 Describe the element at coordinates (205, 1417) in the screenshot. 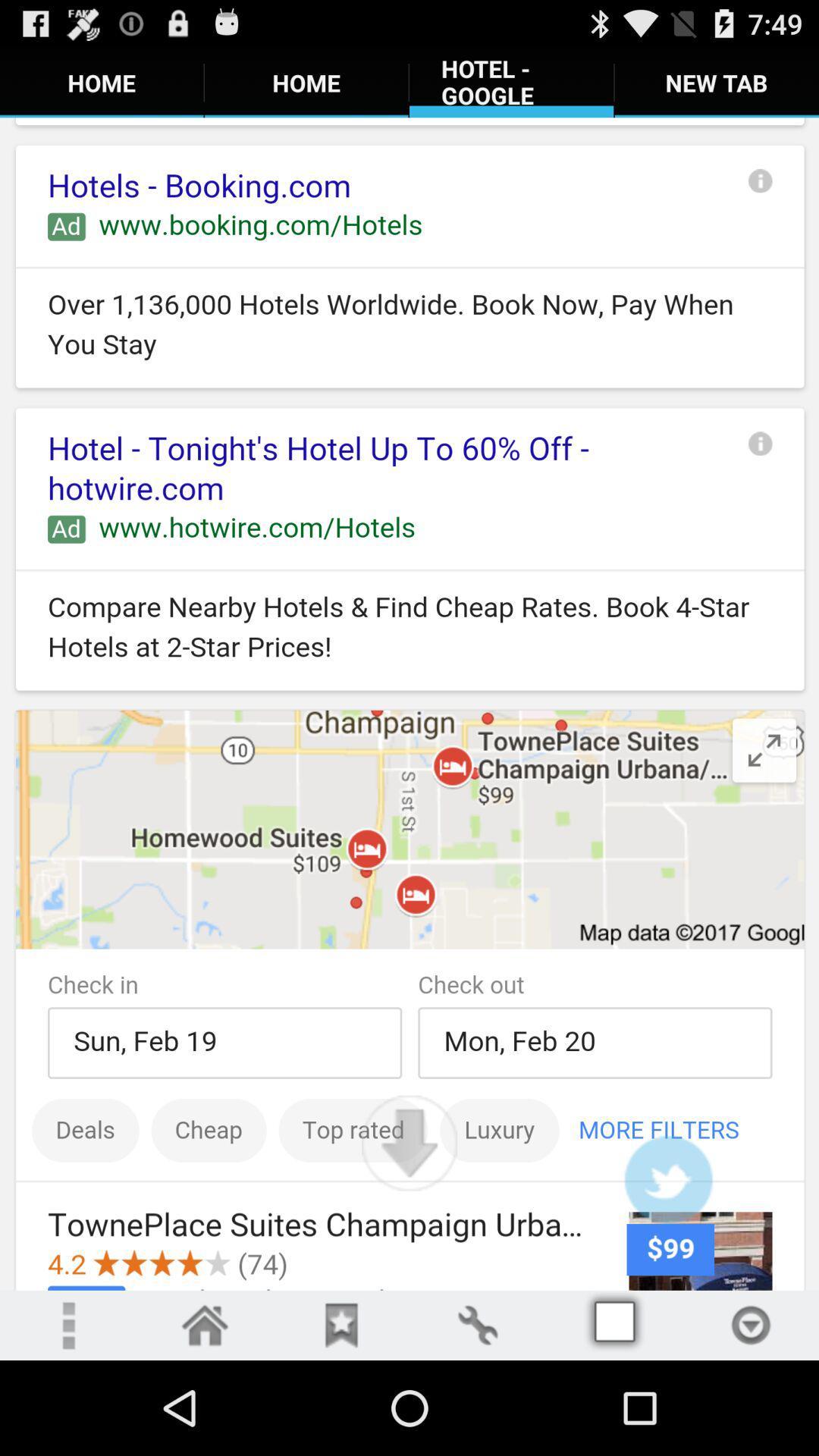

I see `the home icon` at that location.